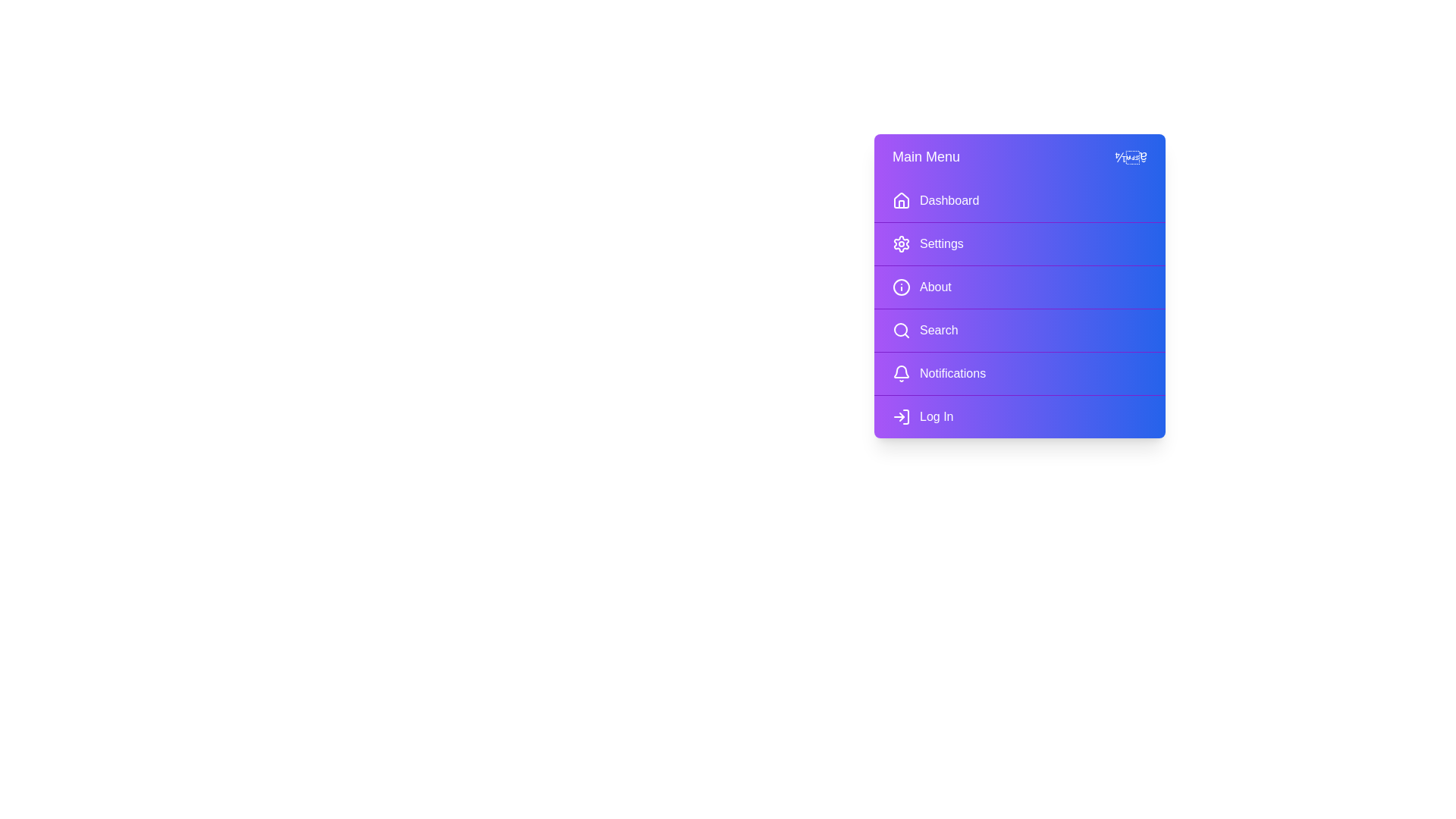  Describe the element at coordinates (1019, 287) in the screenshot. I see `the menu item About to highlight it` at that location.